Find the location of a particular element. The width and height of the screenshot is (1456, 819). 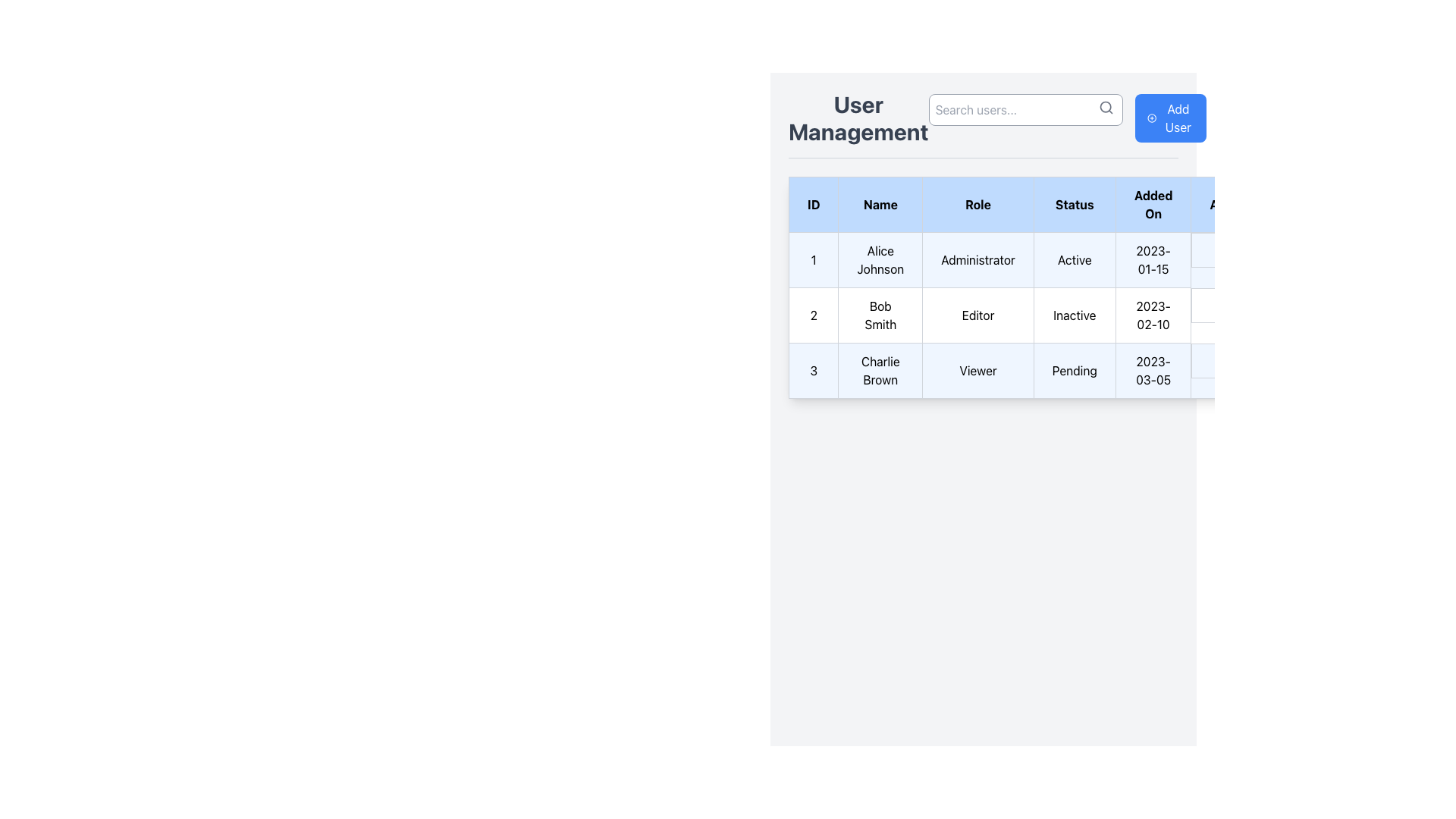

the third row in the user information table displaying details for Charlie Brown, which includes user ID, name, role, status, and date is located at coordinates (1031, 371).